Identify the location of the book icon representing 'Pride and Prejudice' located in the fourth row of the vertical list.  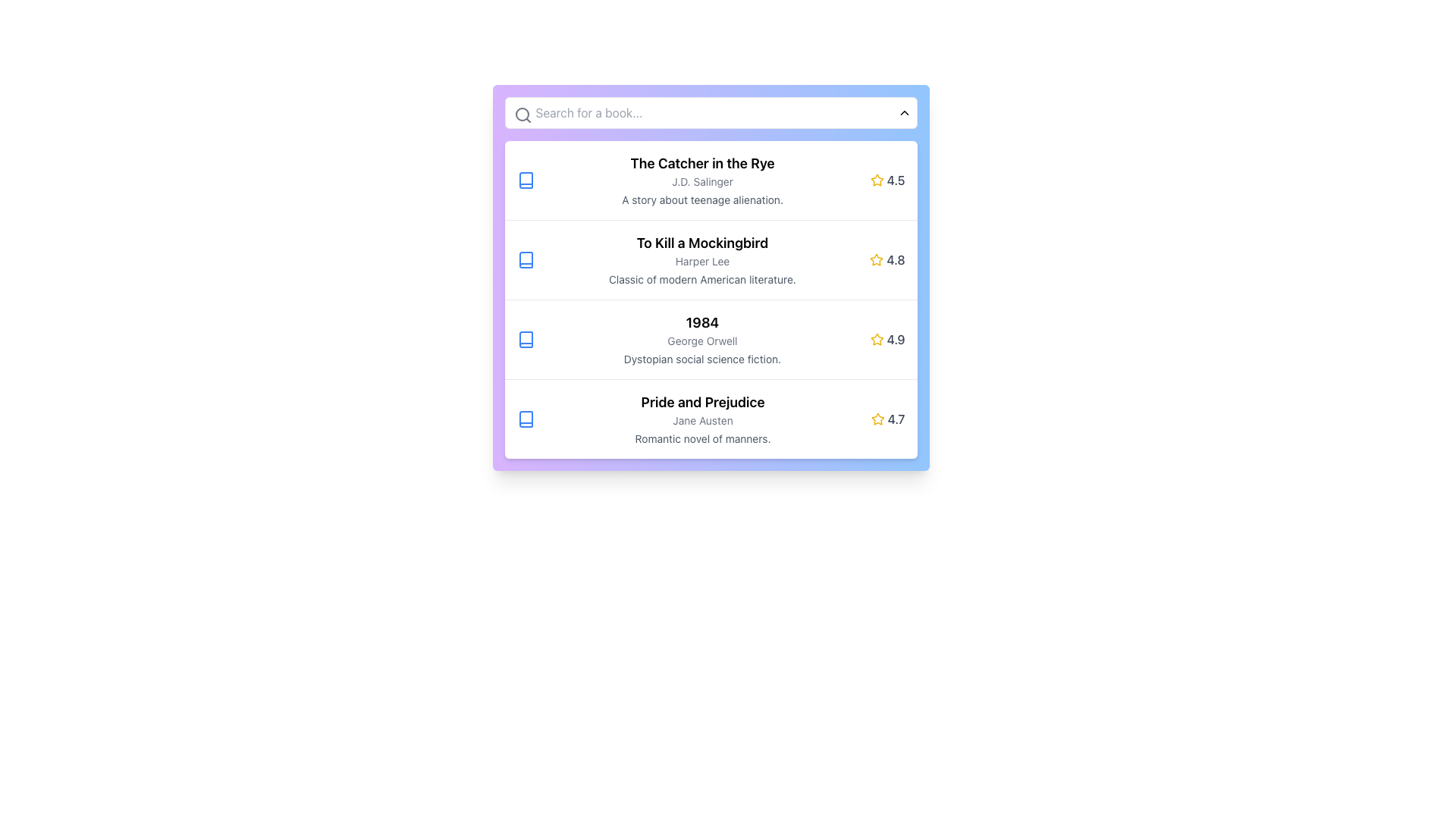
(526, 419).